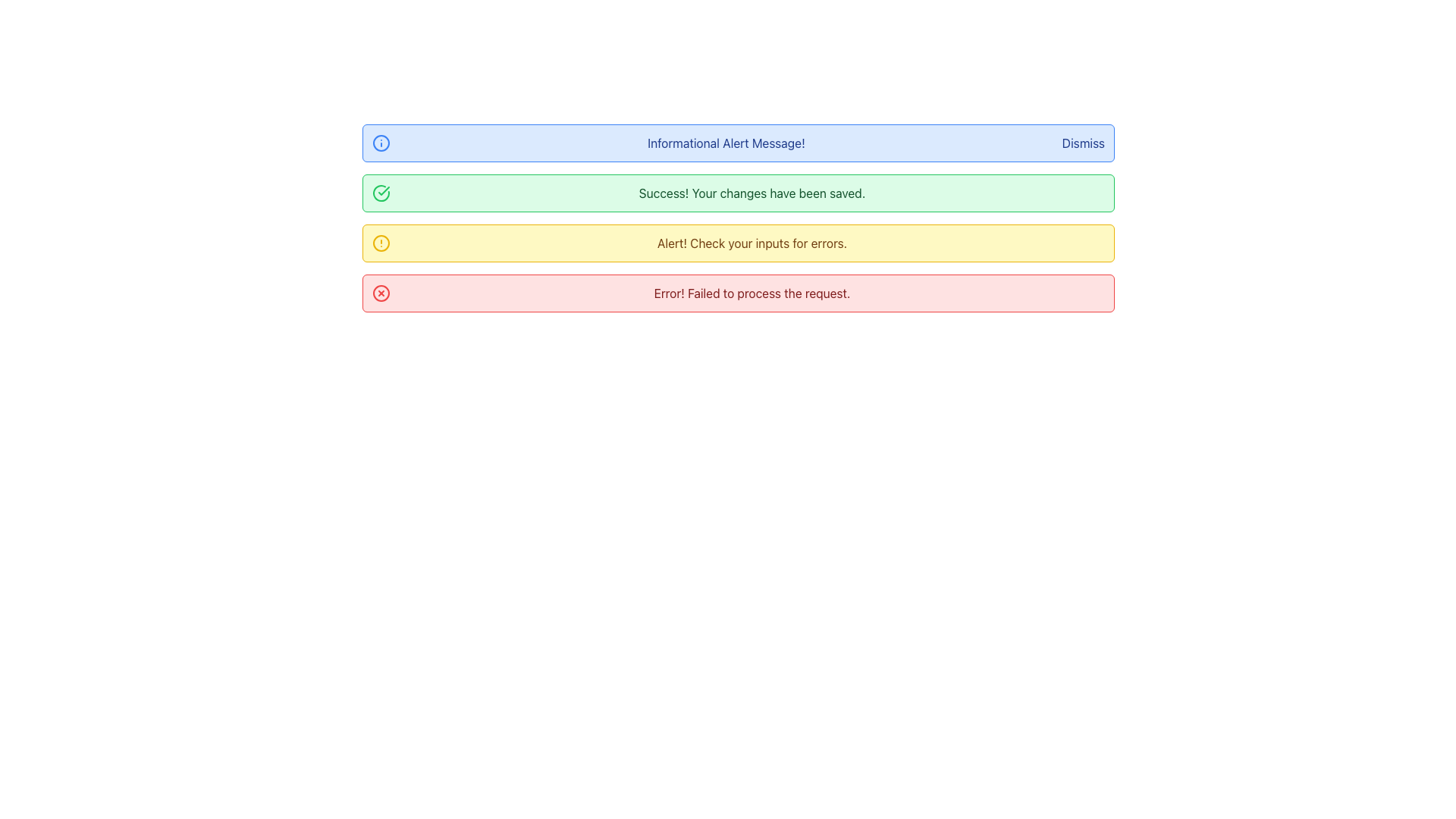  What do you see at coordinates (381, 192) in the screenshot?
I see `circular outline of the checkmark icon within the green notification bar, which is the second in a vertical stack of four notification bars, for development purposes` at bounding box center [381, 192].